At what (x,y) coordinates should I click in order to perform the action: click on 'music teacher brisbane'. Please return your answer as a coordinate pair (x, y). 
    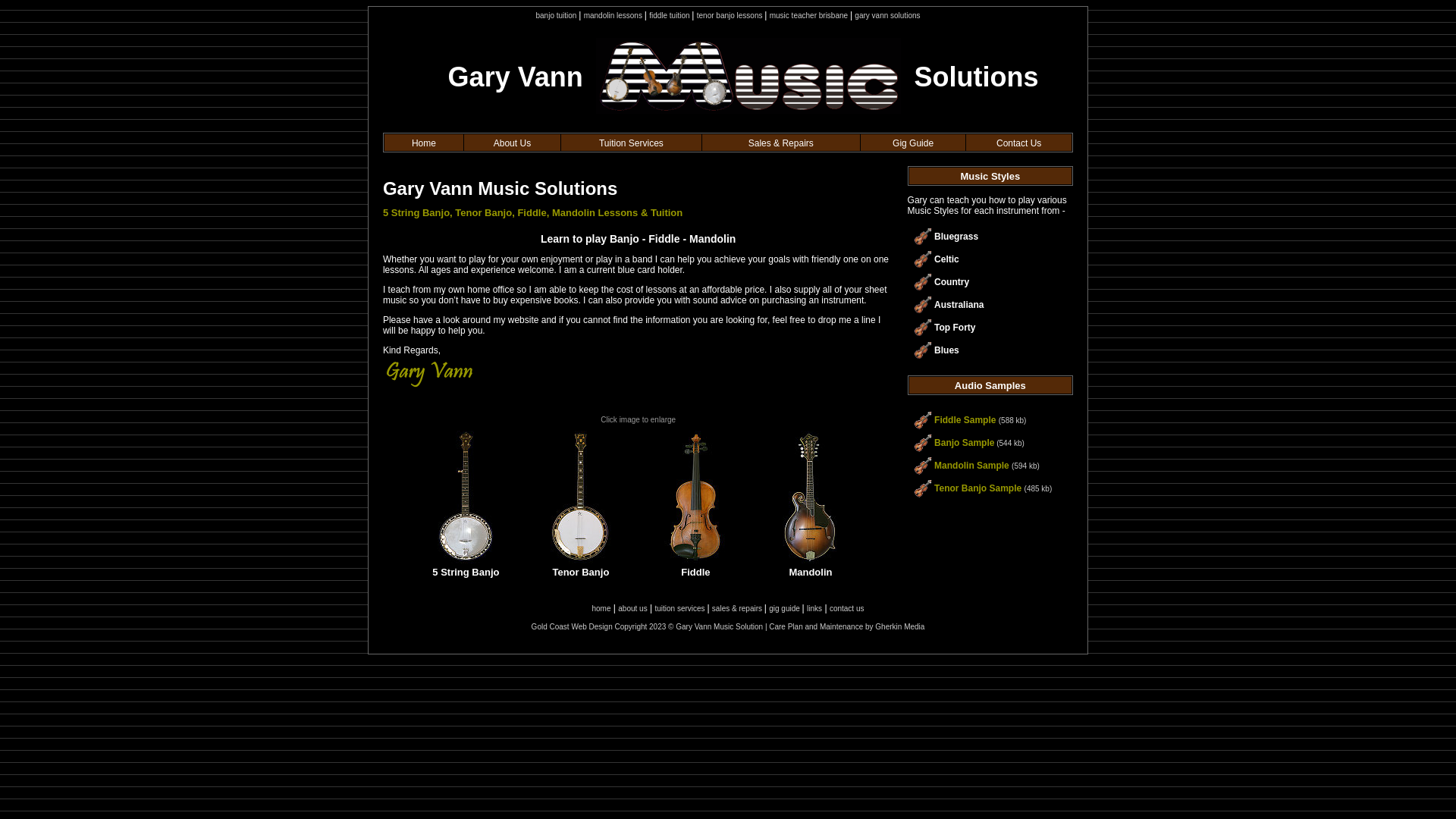
    Looking at the image, I should click on (809, 15).